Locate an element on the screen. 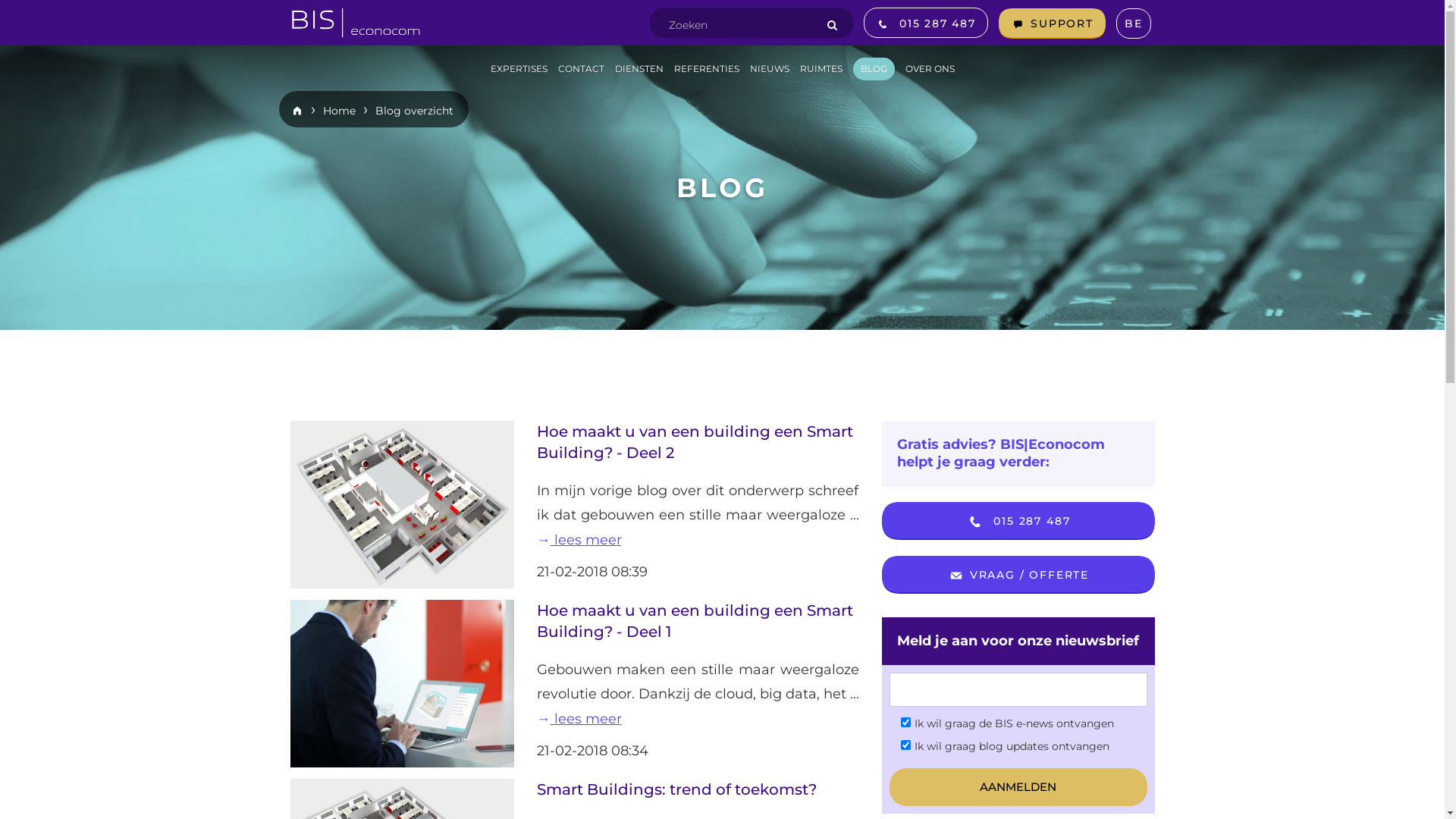 The height and width of the screenshot is (819, 1456). 'lees meer' is located at coordinates (697, 730).